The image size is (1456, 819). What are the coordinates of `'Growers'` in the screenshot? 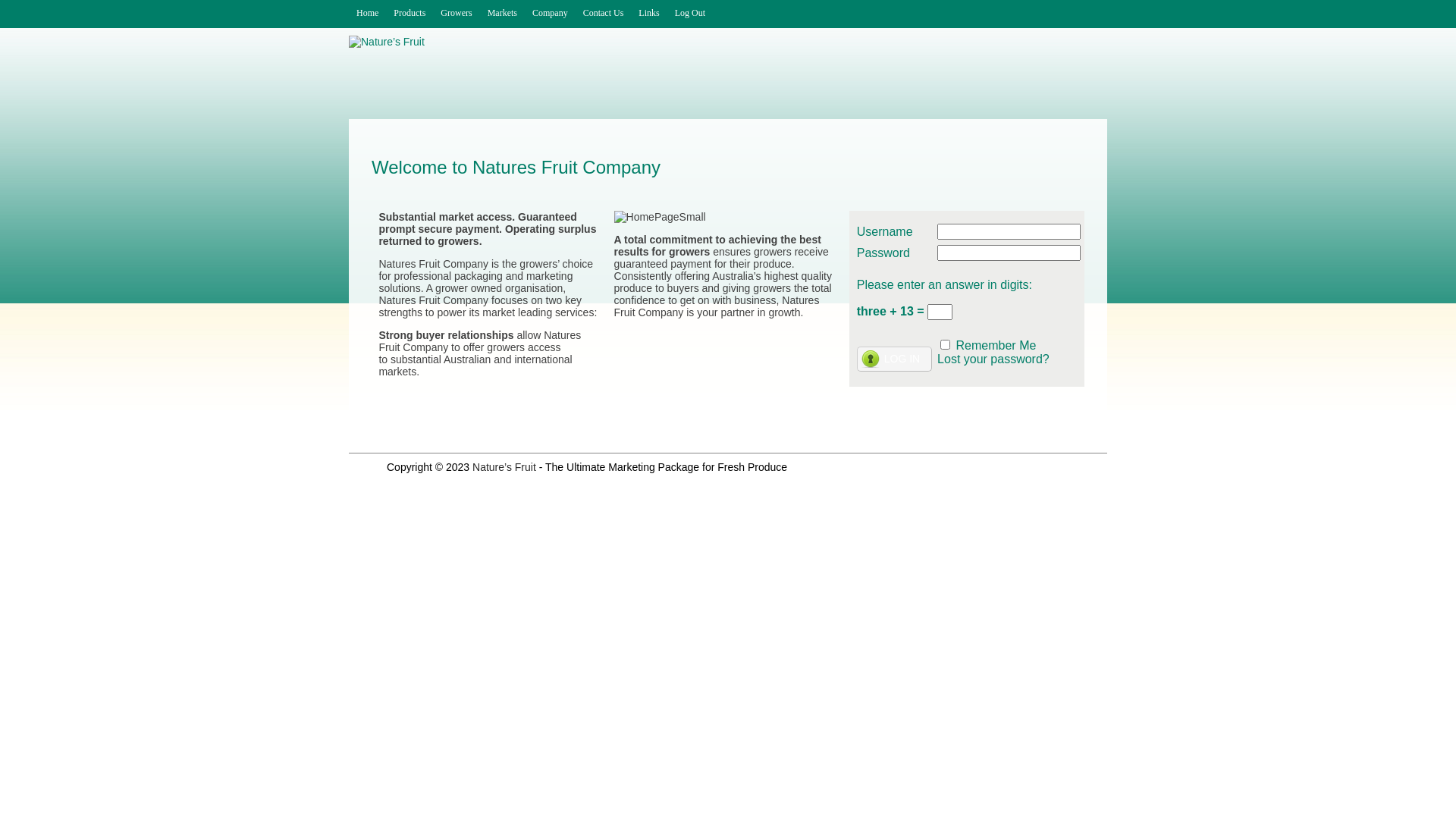 It's located at (455, 13).